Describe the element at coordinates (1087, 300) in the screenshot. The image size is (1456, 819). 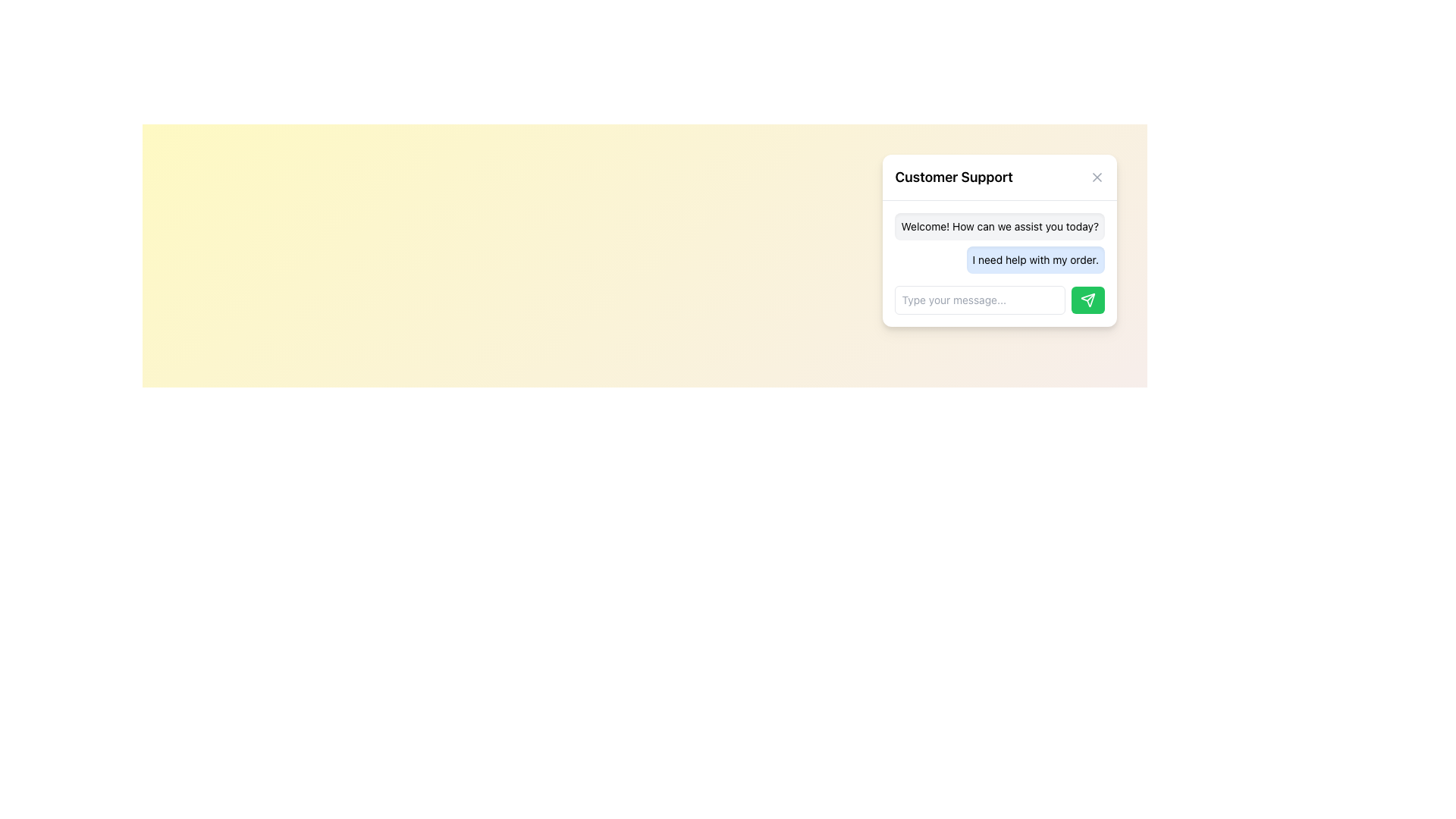
I see `the send button located at the right end of the input field in the chat interface` at that location.